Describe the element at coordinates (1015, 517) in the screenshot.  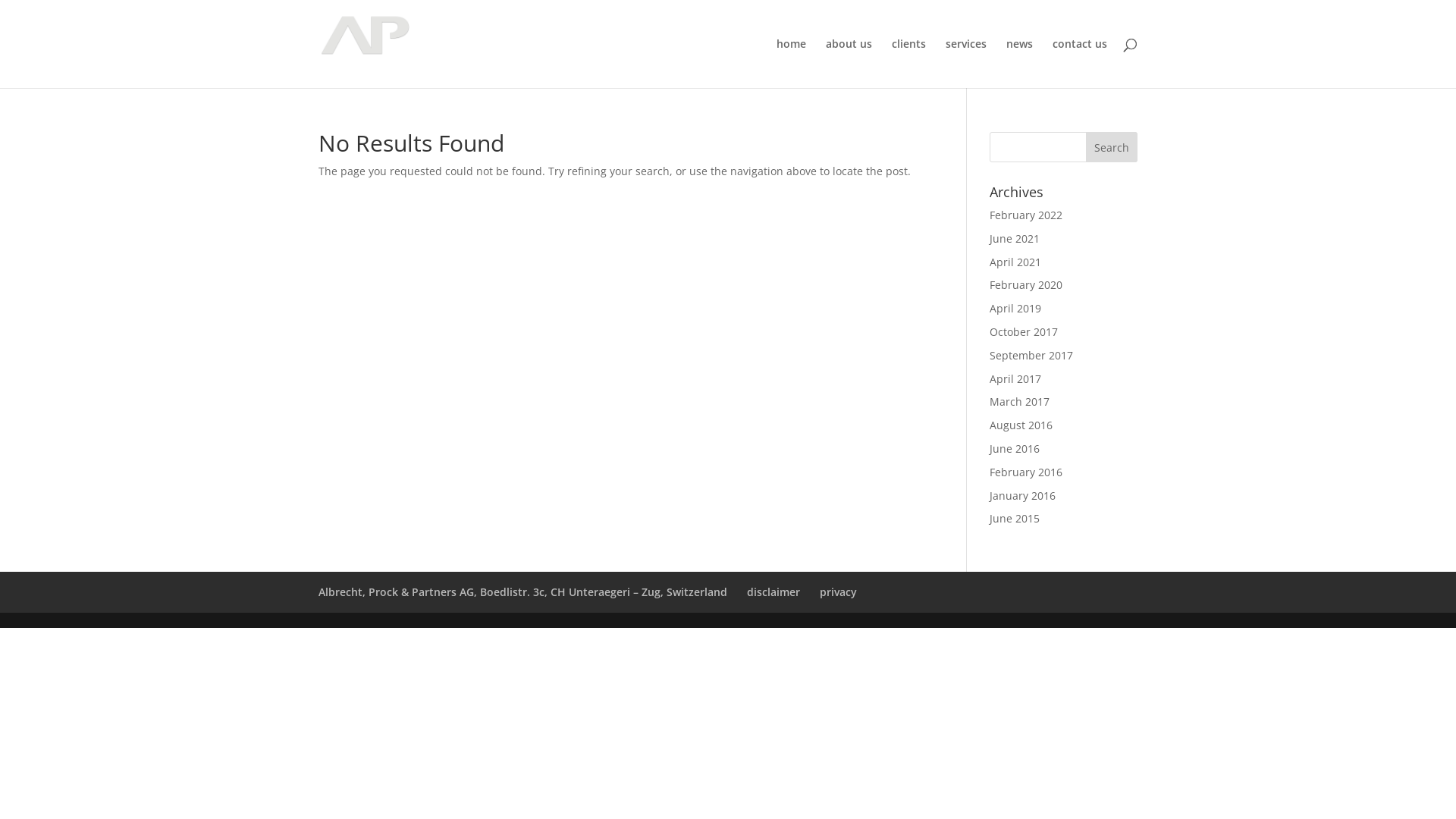
I see `'June 2015'` at that location.